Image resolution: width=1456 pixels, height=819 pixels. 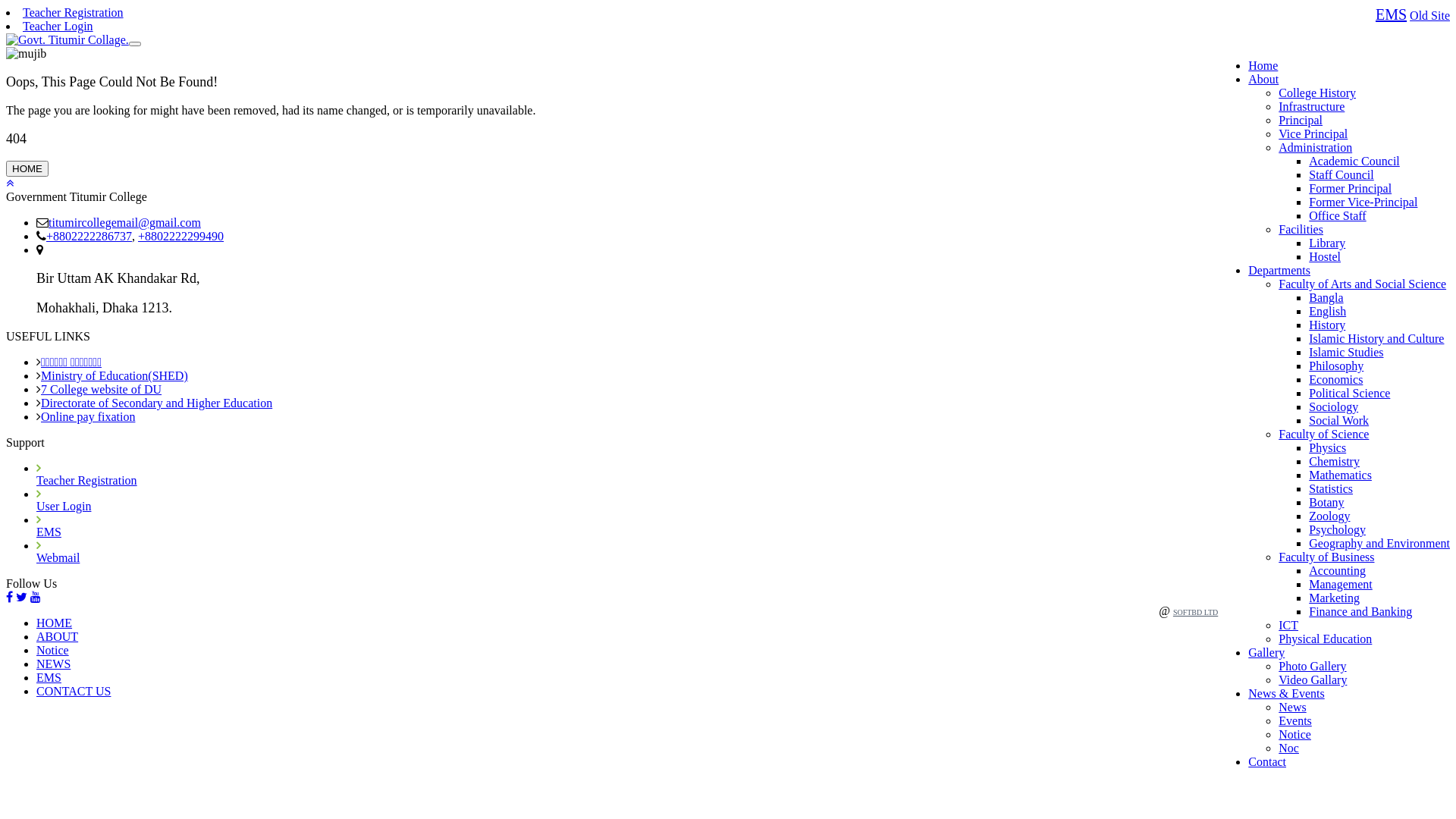 What do you see at coordinates (49, 676) in the screenshot?
I see `'EMS'` at bounding box center [49, 676].